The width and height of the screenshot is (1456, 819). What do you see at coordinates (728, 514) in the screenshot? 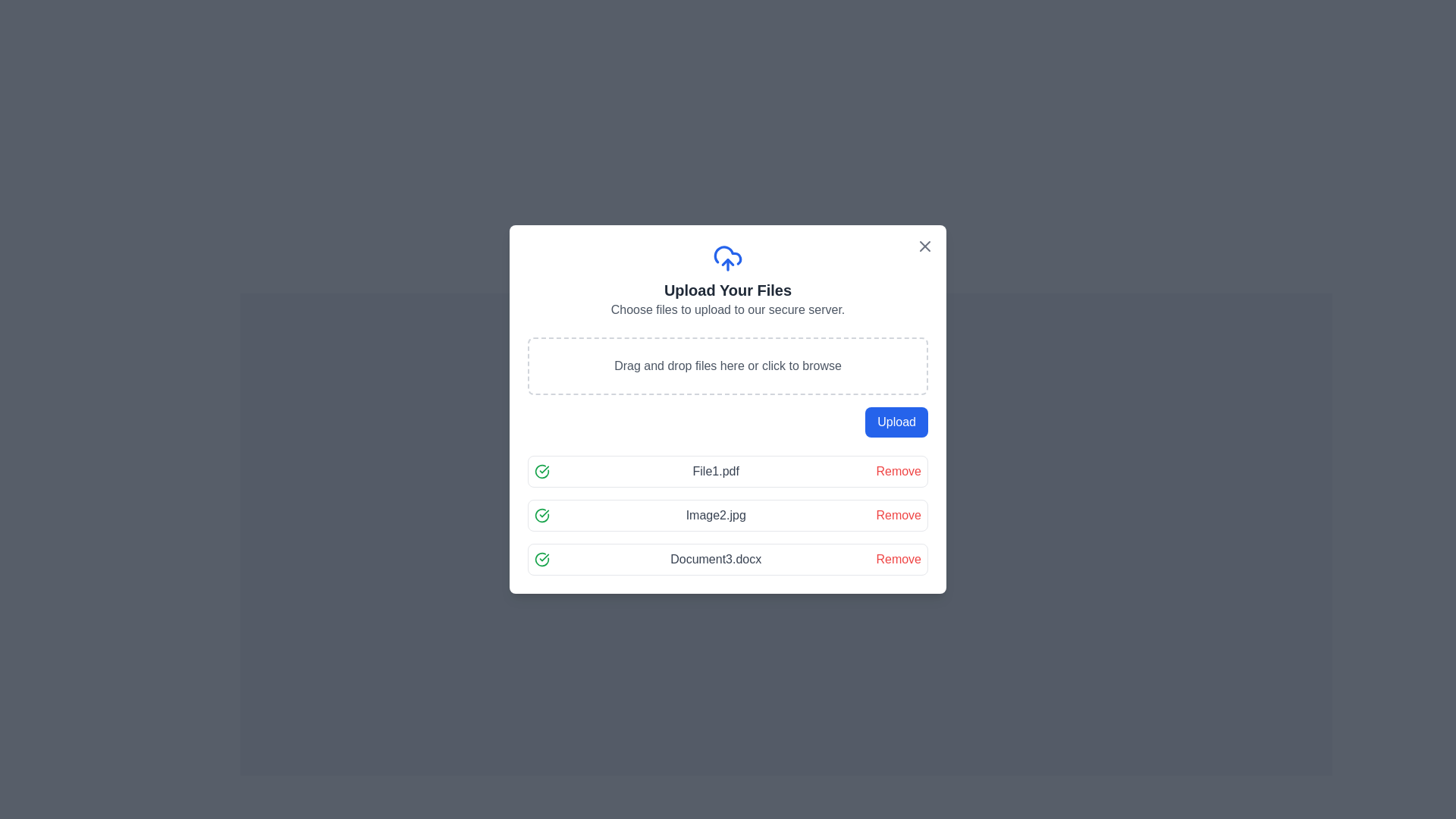
I see `the list of uploaded files displayed in the central card layout below the 'Upload' button` at bounding box center [728, 514].